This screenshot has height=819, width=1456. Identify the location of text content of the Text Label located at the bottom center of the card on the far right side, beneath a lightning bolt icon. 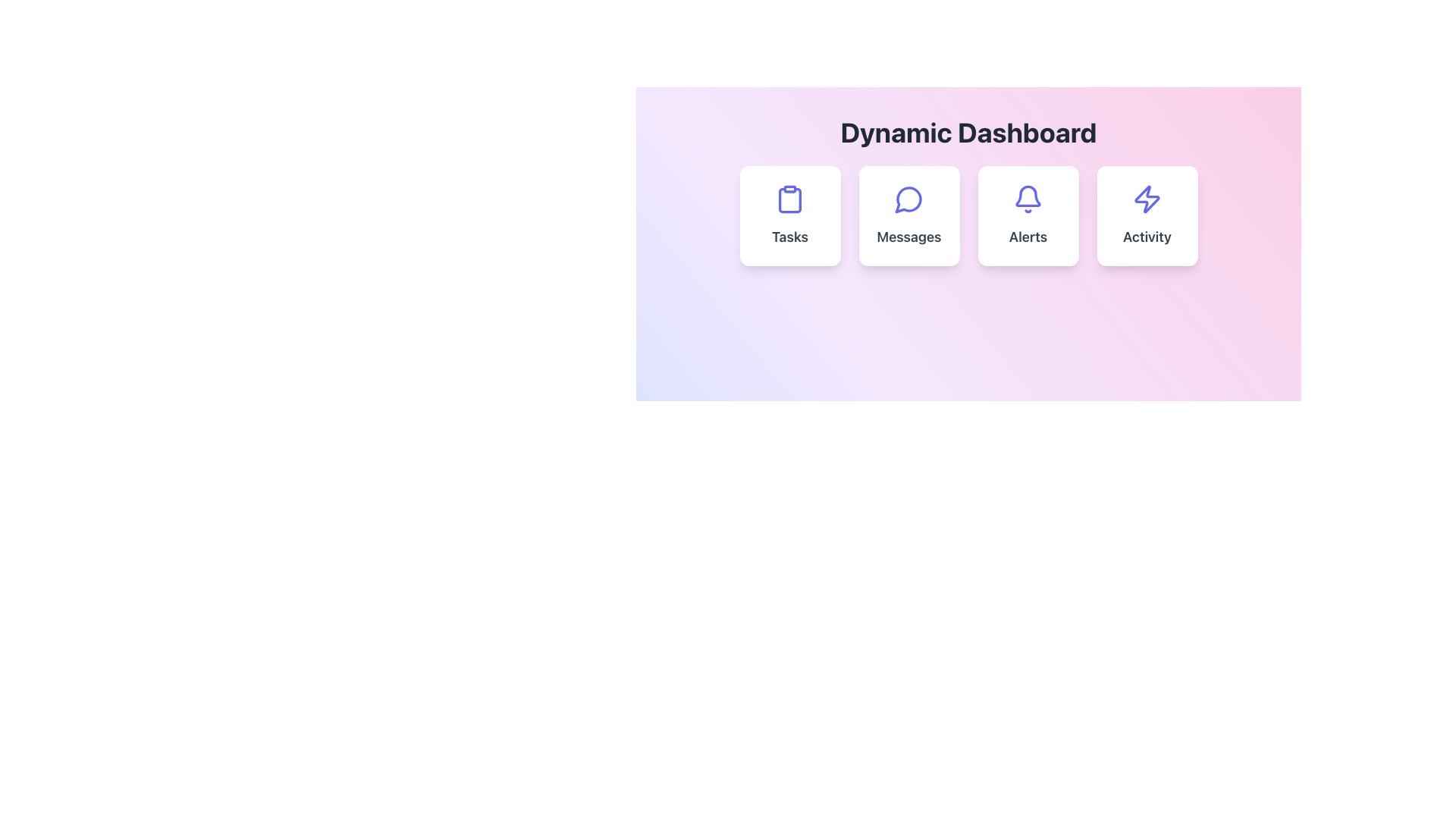
(1147, 237).